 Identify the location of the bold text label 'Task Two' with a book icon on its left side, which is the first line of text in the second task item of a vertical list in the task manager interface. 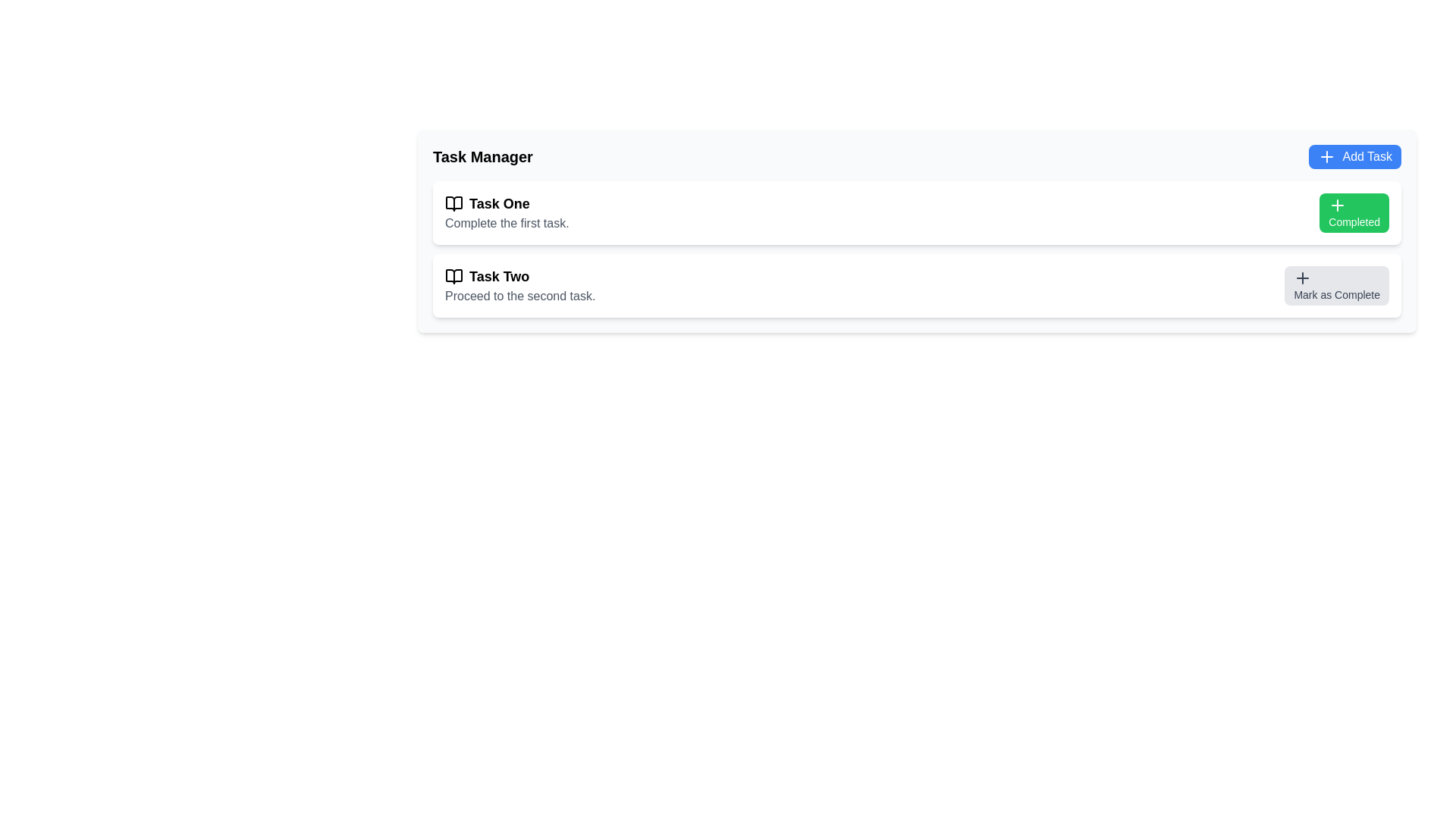
(520, 277).